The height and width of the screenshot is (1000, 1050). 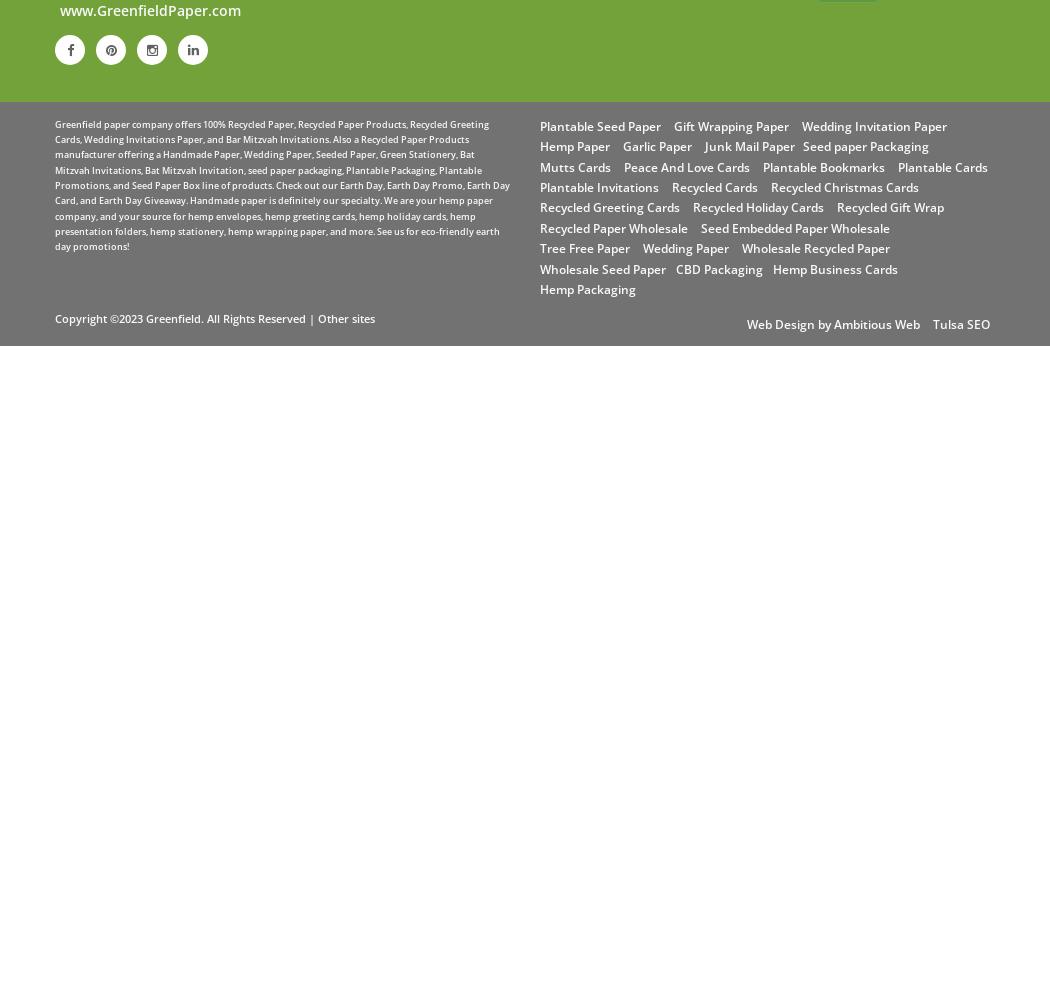 I want to click on 'Tulsa SEO', so click(x=960, y=323).